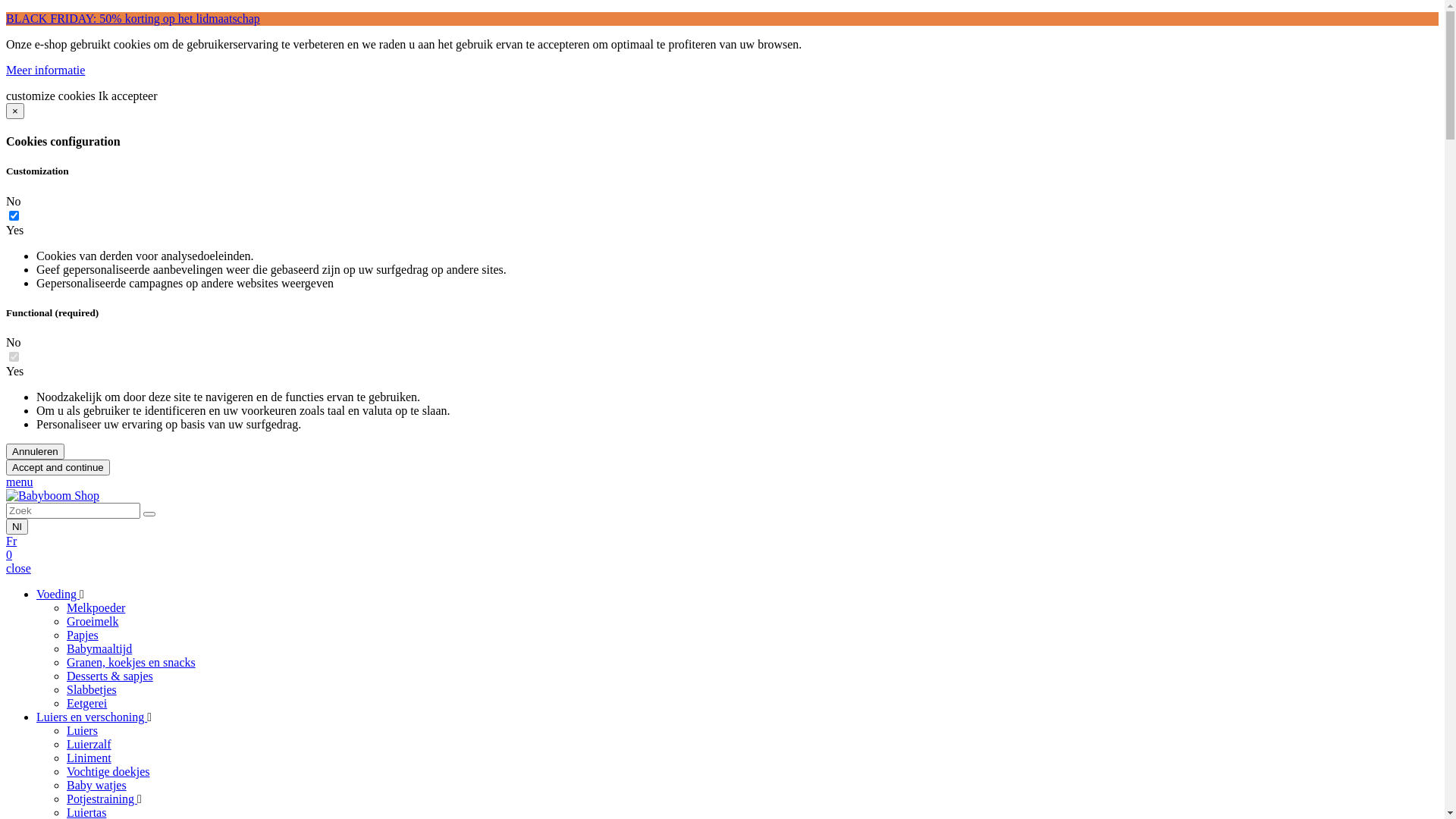 This screenshot has height=819, width=1456. Describe the element at coordinates (35, 450) in the screenshot. I see `'Annuleren'` at that location.